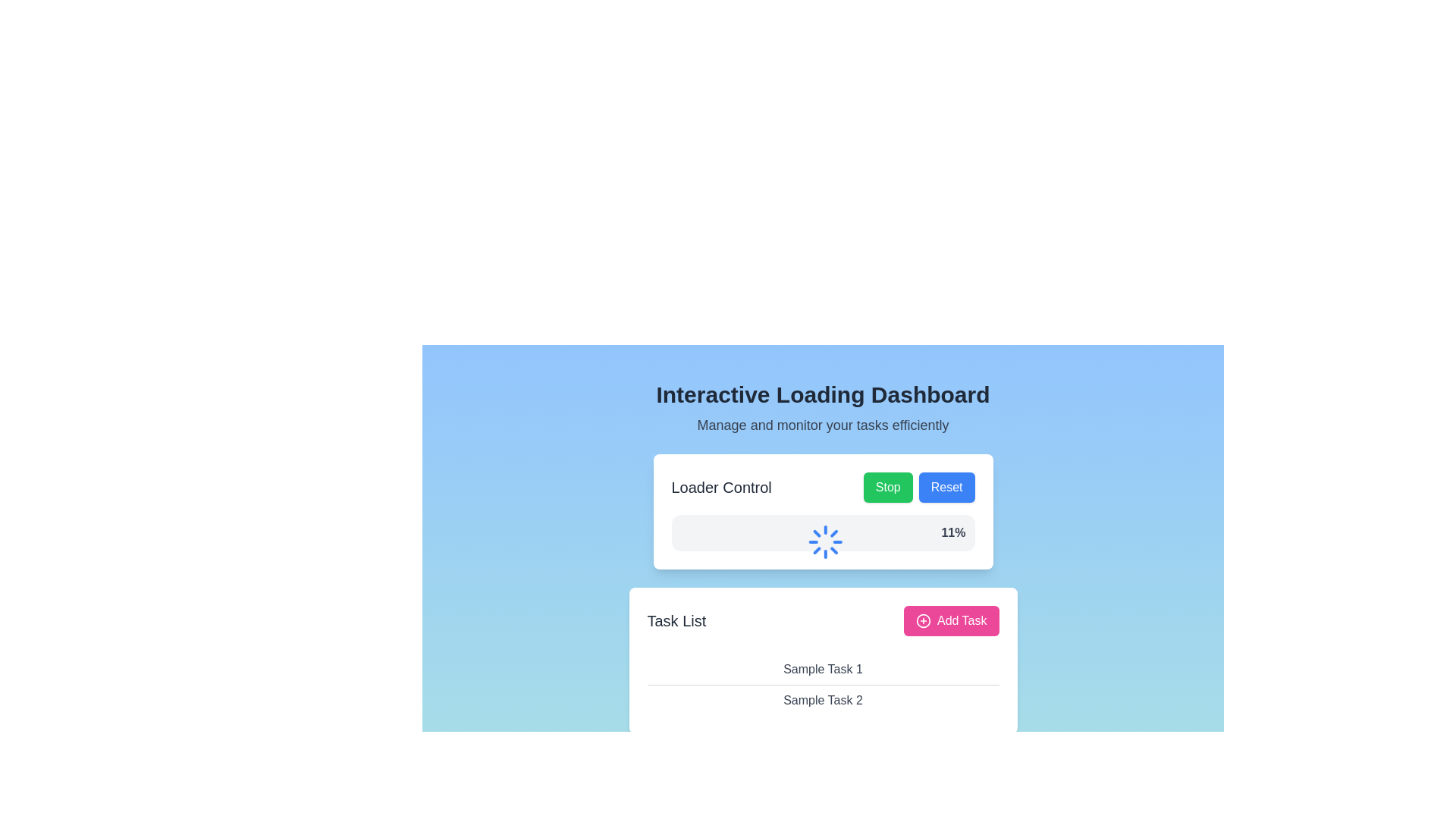  Describe the element at coordinates (946, 488) in the screenshot. I see `the reset button located in the top-right corner beside the green 'Stop' button` at that location.